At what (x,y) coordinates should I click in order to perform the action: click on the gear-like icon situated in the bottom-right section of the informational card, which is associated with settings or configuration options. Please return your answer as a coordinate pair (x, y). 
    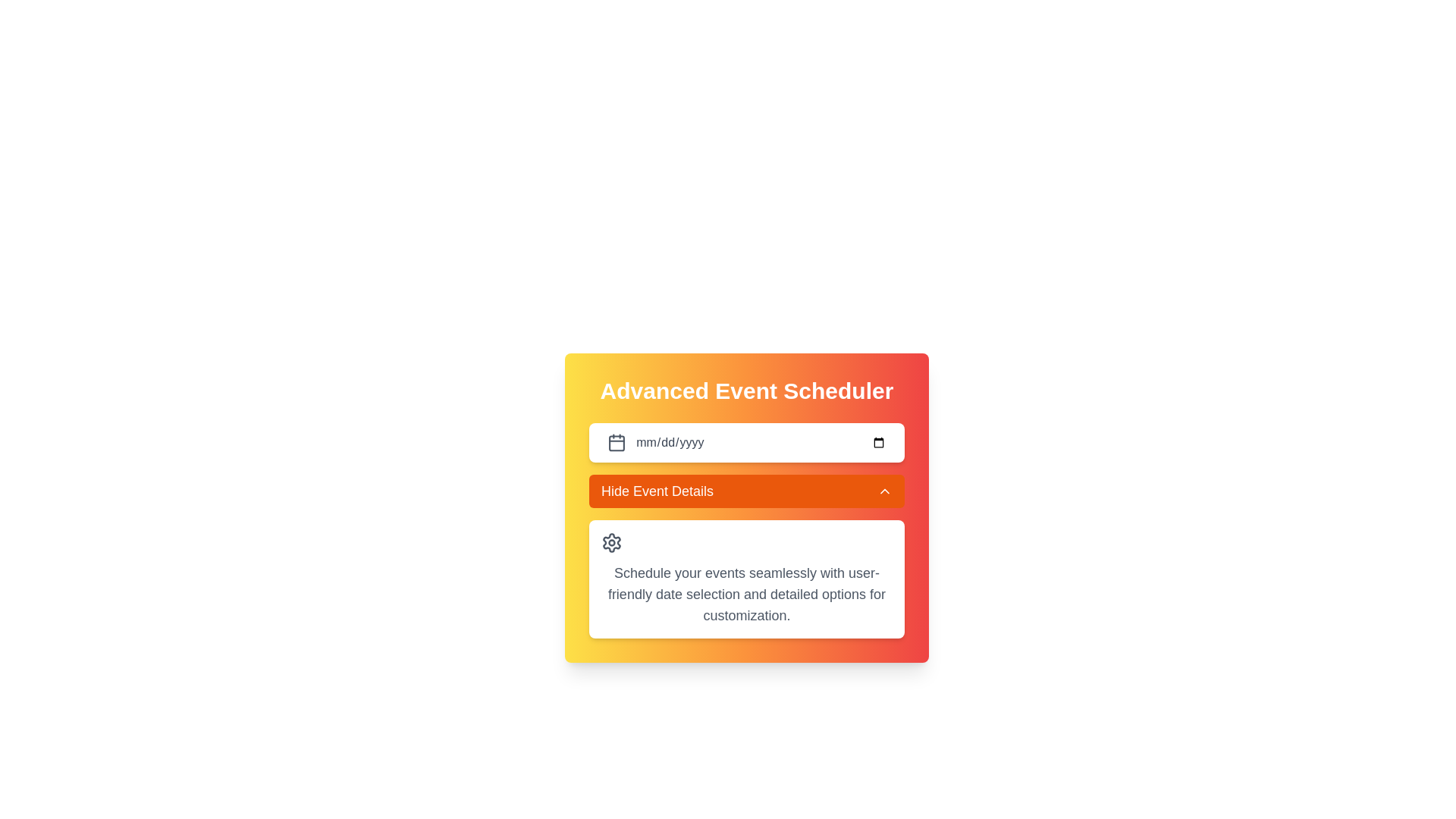
    Looking at the image, I should click on (611, 542).